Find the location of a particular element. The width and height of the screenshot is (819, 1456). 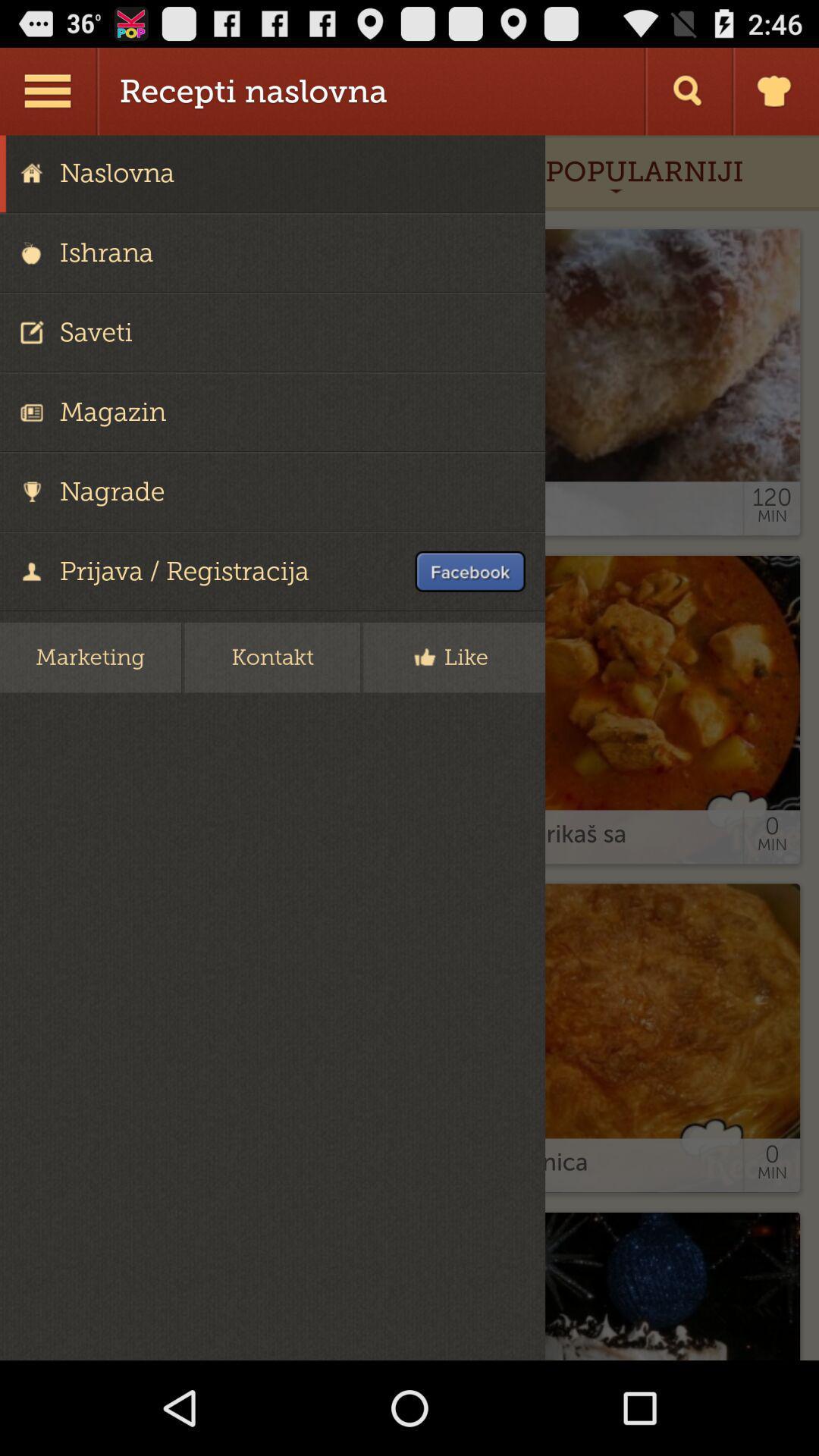

menu option is located at coordinates (49, 90).